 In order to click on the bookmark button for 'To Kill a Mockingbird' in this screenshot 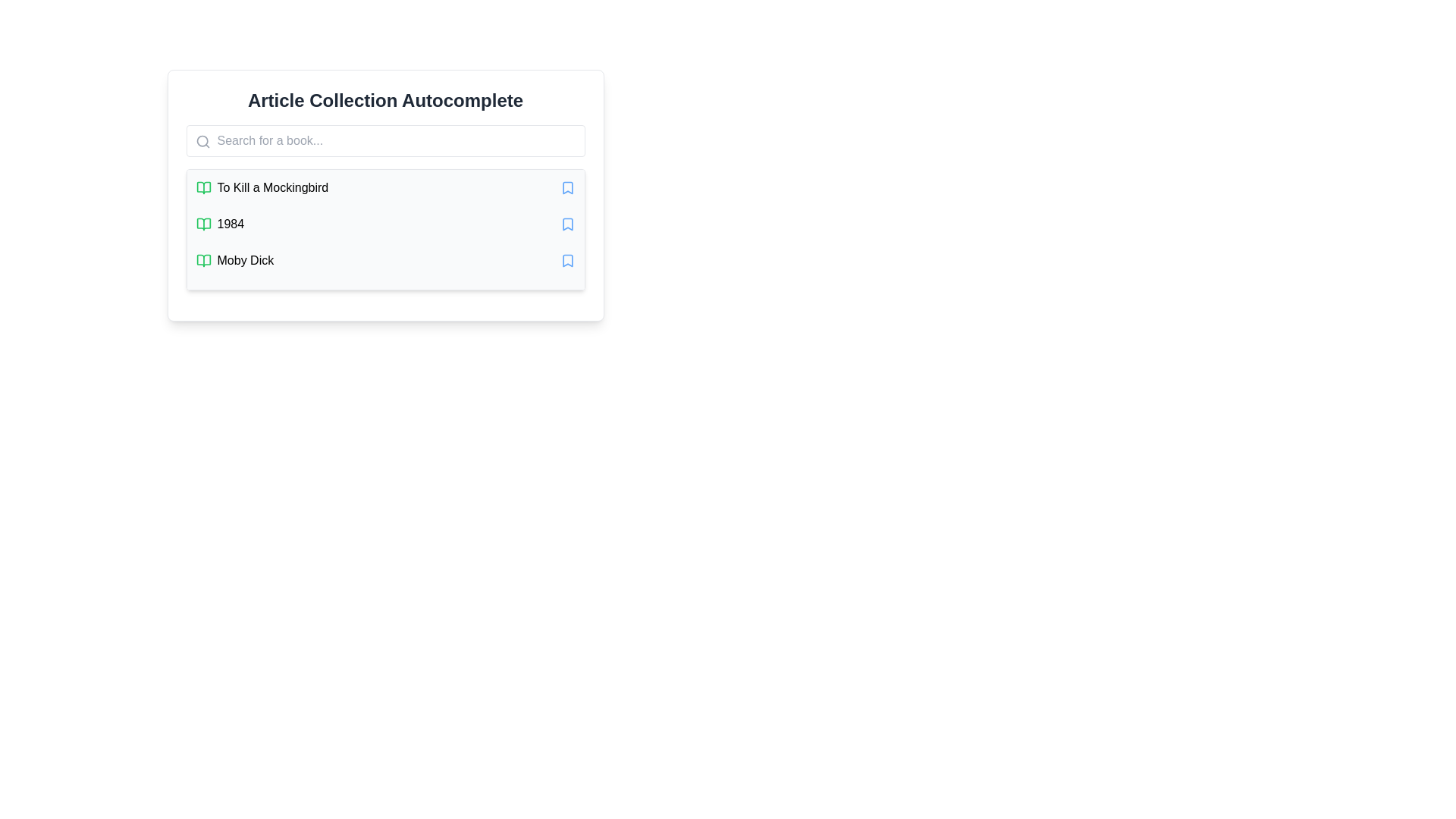, I will do `click(566, 187)`.